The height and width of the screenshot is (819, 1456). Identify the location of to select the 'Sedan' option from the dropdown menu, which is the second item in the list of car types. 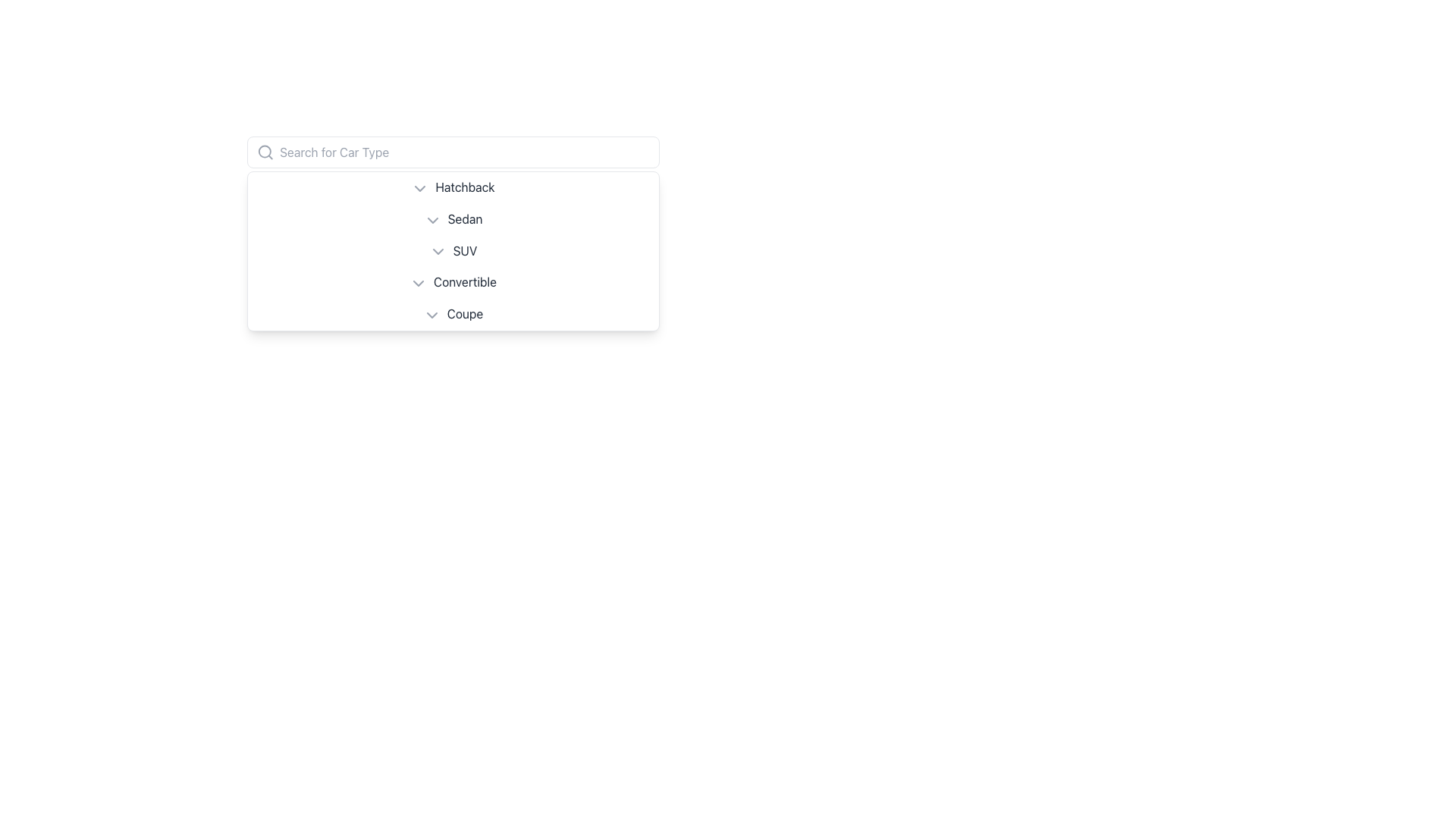
(452, 219).